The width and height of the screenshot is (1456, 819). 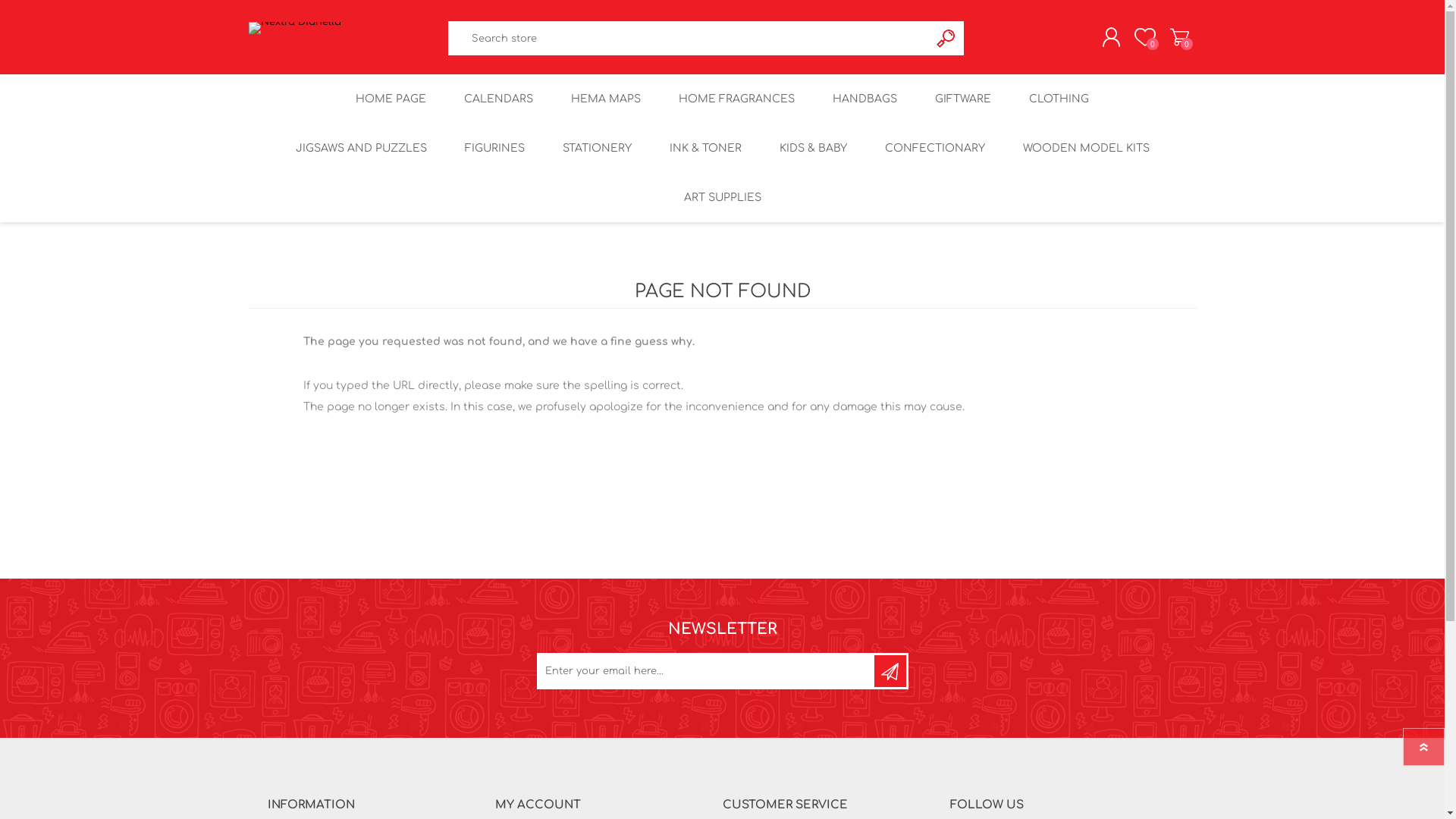 What do you see at coordinates (498, 99) in the screenshot?
I see `'CALENDARS'` at bounding box center [498, 99].